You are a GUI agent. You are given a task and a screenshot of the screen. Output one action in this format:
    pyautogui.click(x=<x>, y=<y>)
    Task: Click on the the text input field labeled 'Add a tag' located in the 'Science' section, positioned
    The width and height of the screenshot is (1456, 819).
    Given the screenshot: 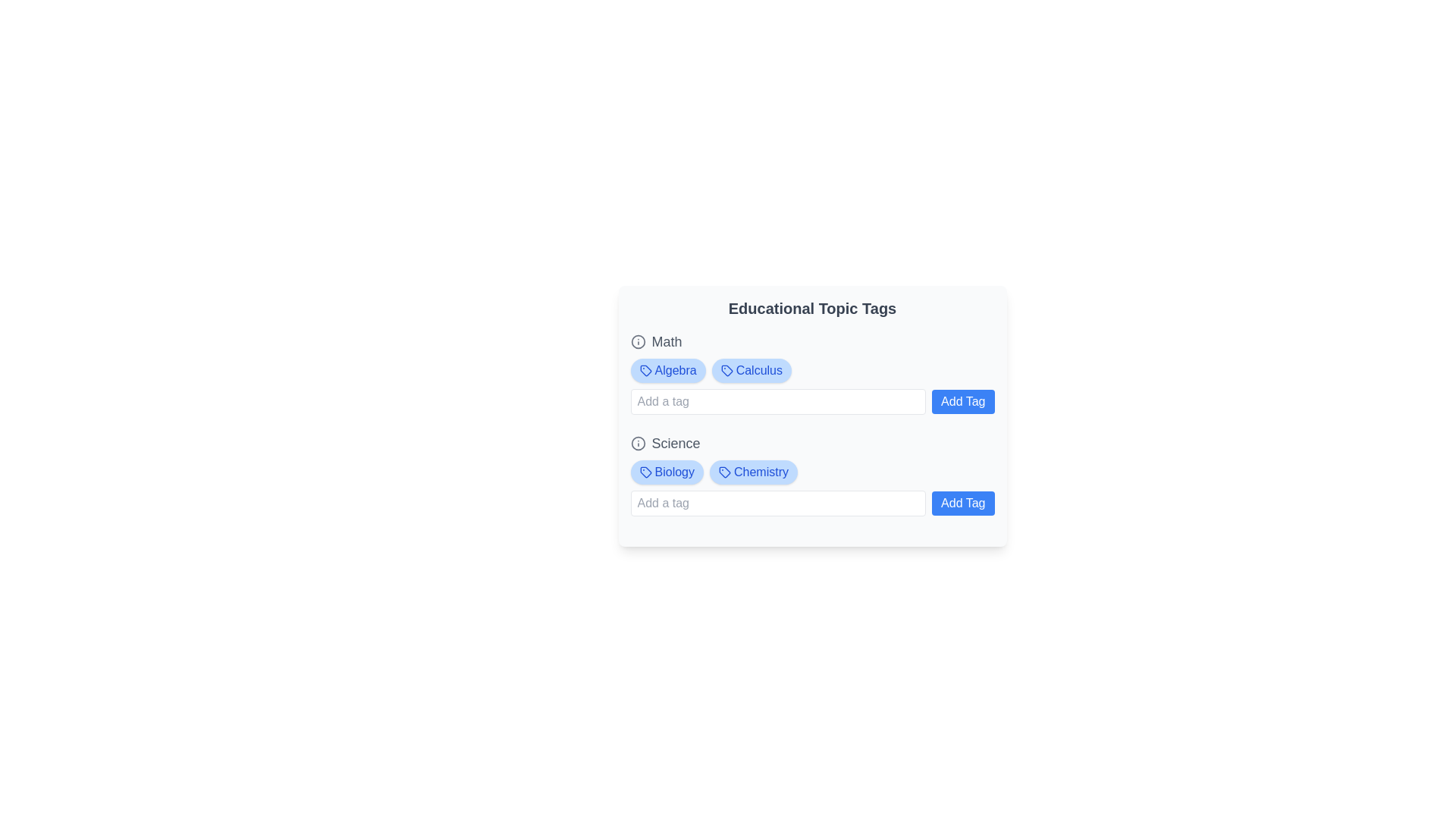 What is the action you would take?
    pyautogui.click(x=778, y=503)
    